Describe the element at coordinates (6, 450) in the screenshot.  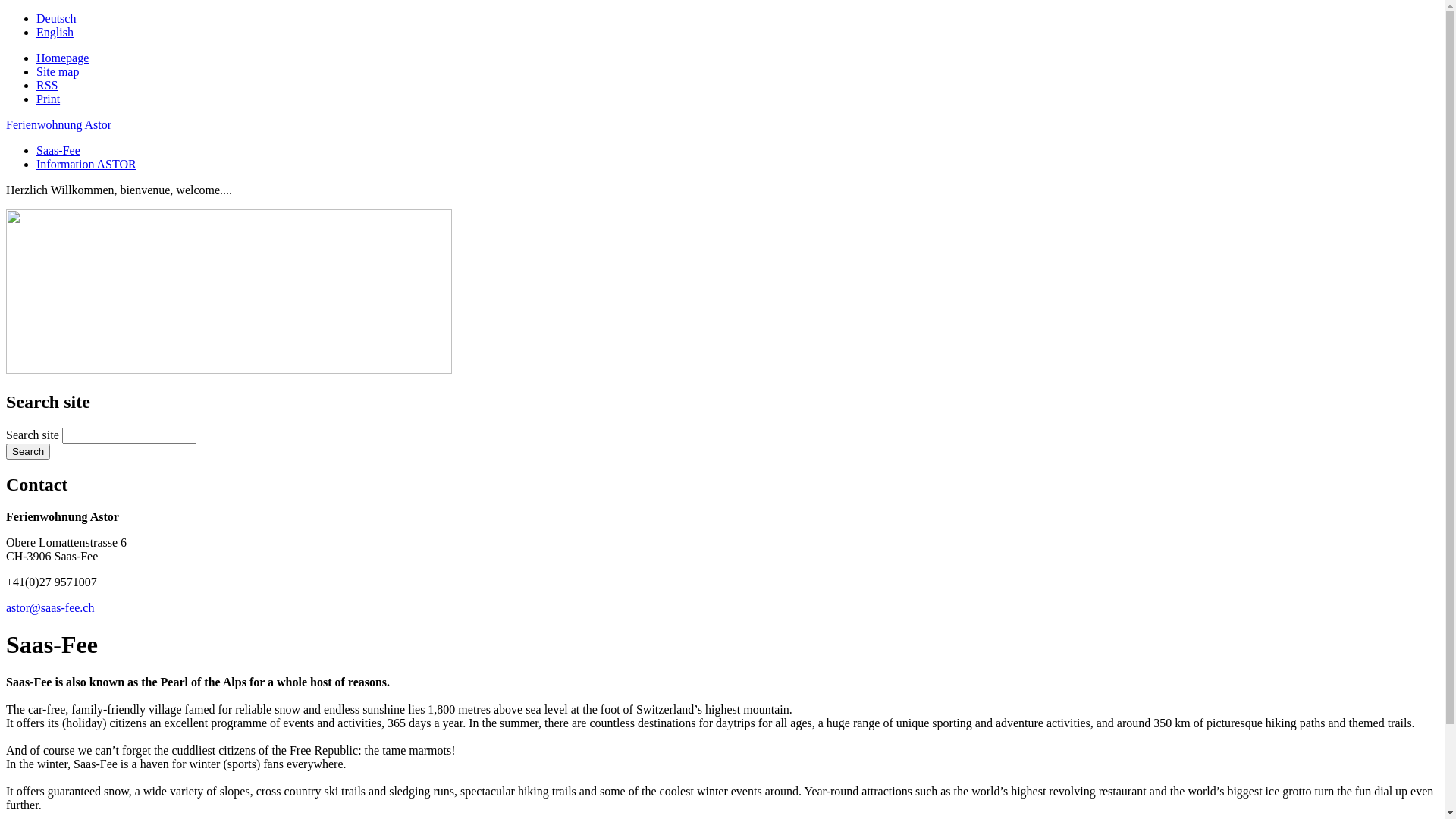
I see `'Search'` at that location.